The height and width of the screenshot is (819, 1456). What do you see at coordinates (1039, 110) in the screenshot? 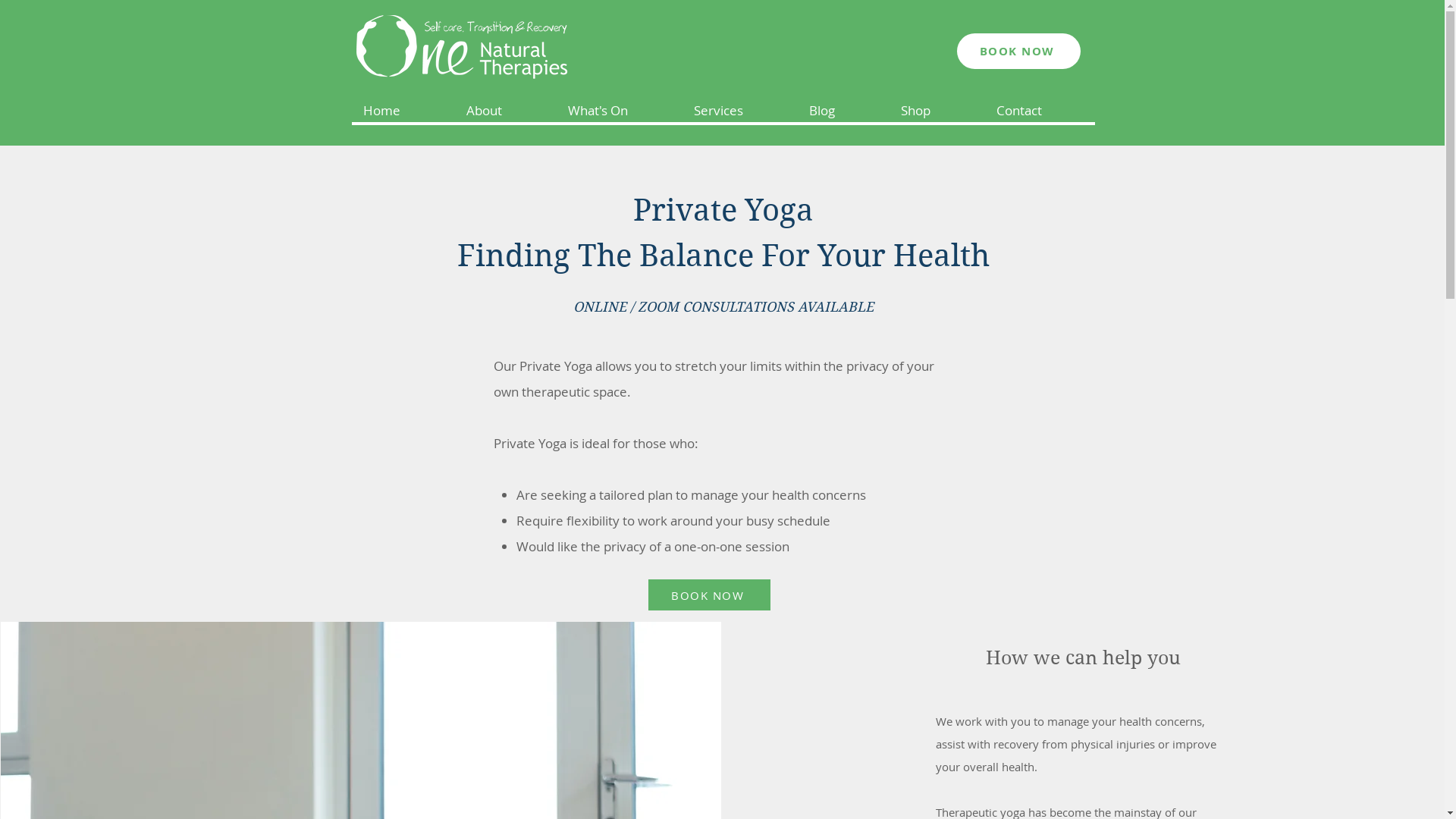
I see `'Contact'` at bounding box center [1039, 110].